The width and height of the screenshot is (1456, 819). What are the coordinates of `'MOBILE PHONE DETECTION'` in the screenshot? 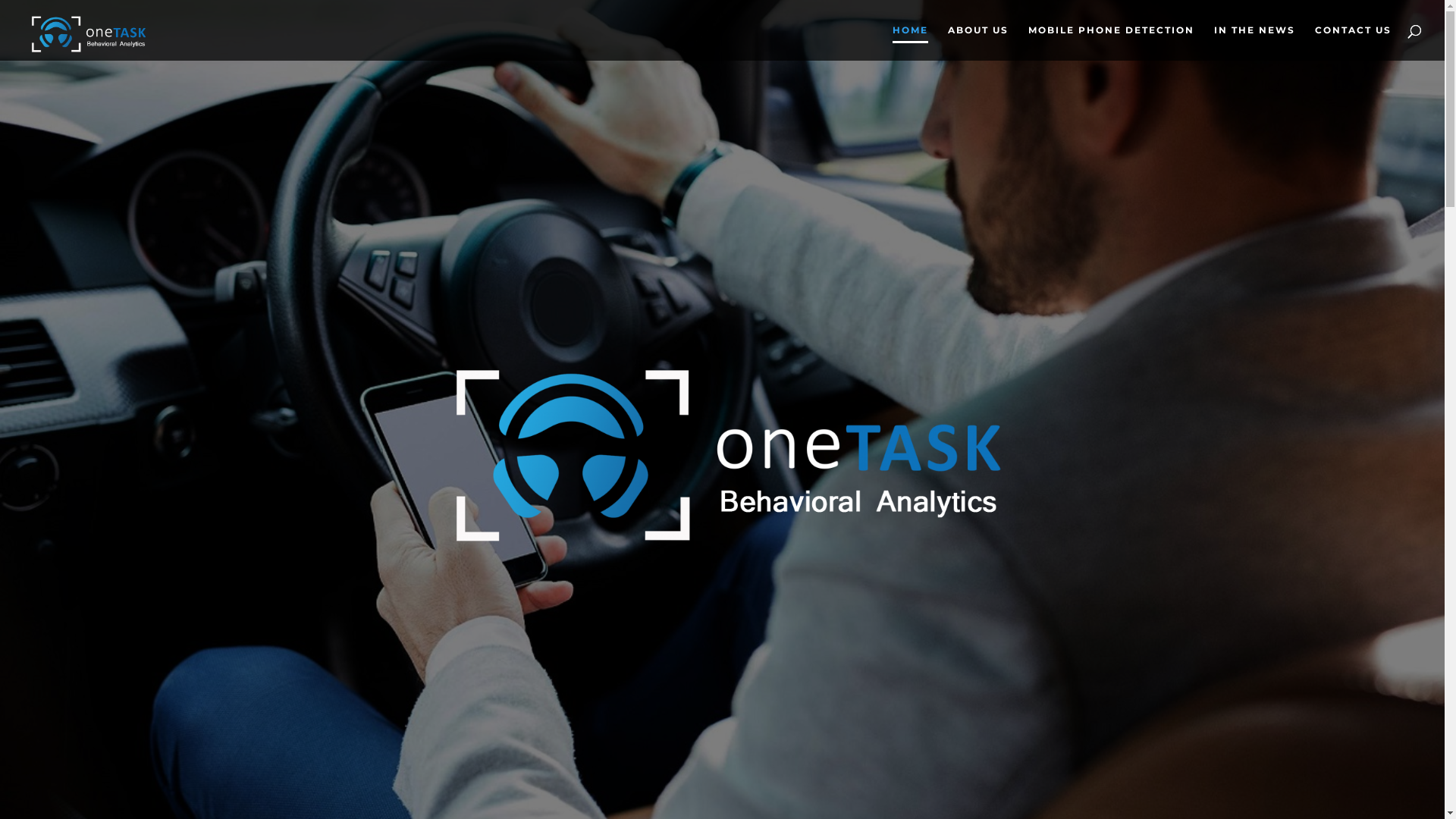 It's located at (1028, 42).